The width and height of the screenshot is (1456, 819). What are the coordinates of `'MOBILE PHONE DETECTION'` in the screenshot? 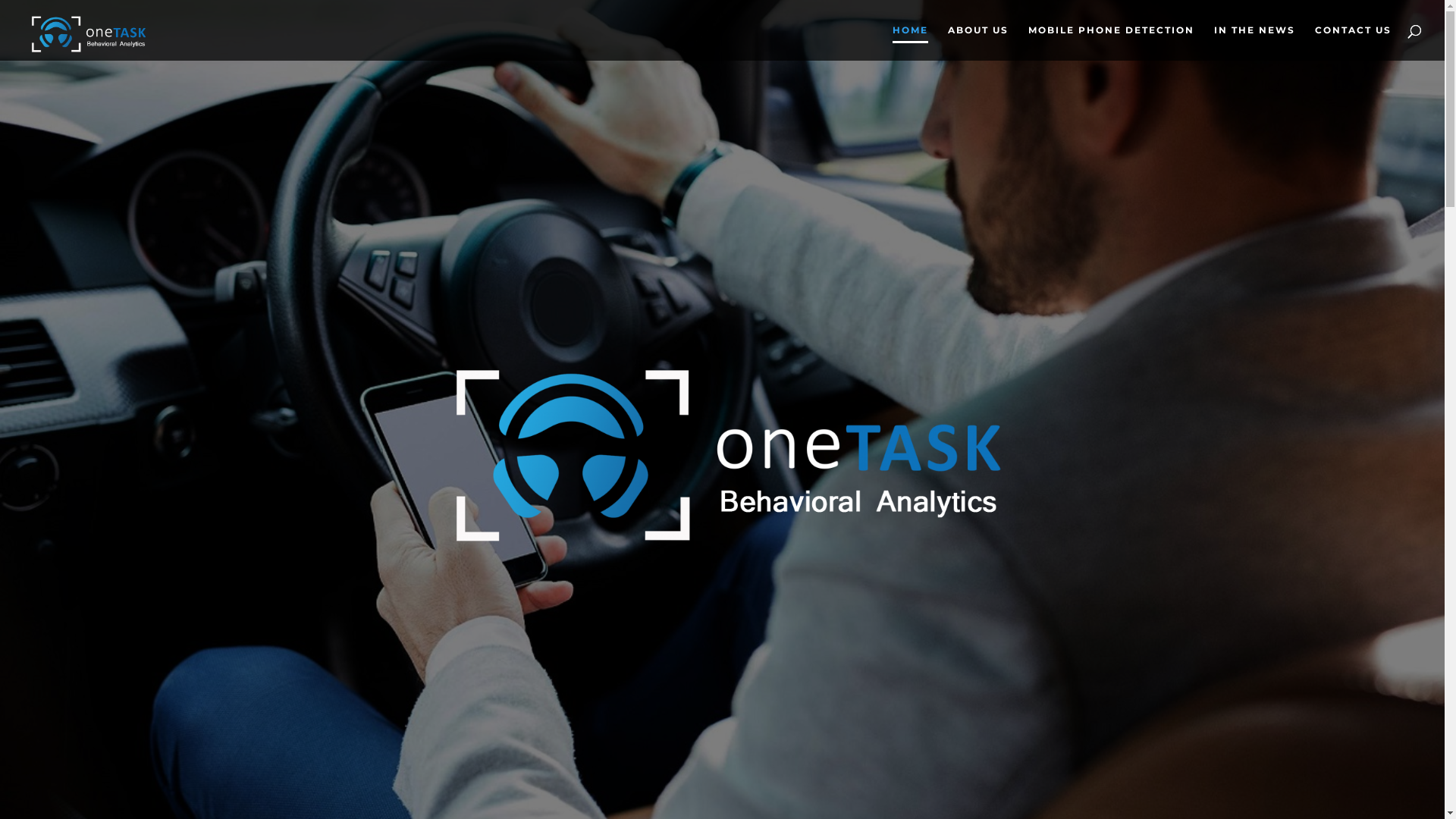 It's located at (1028, 42).